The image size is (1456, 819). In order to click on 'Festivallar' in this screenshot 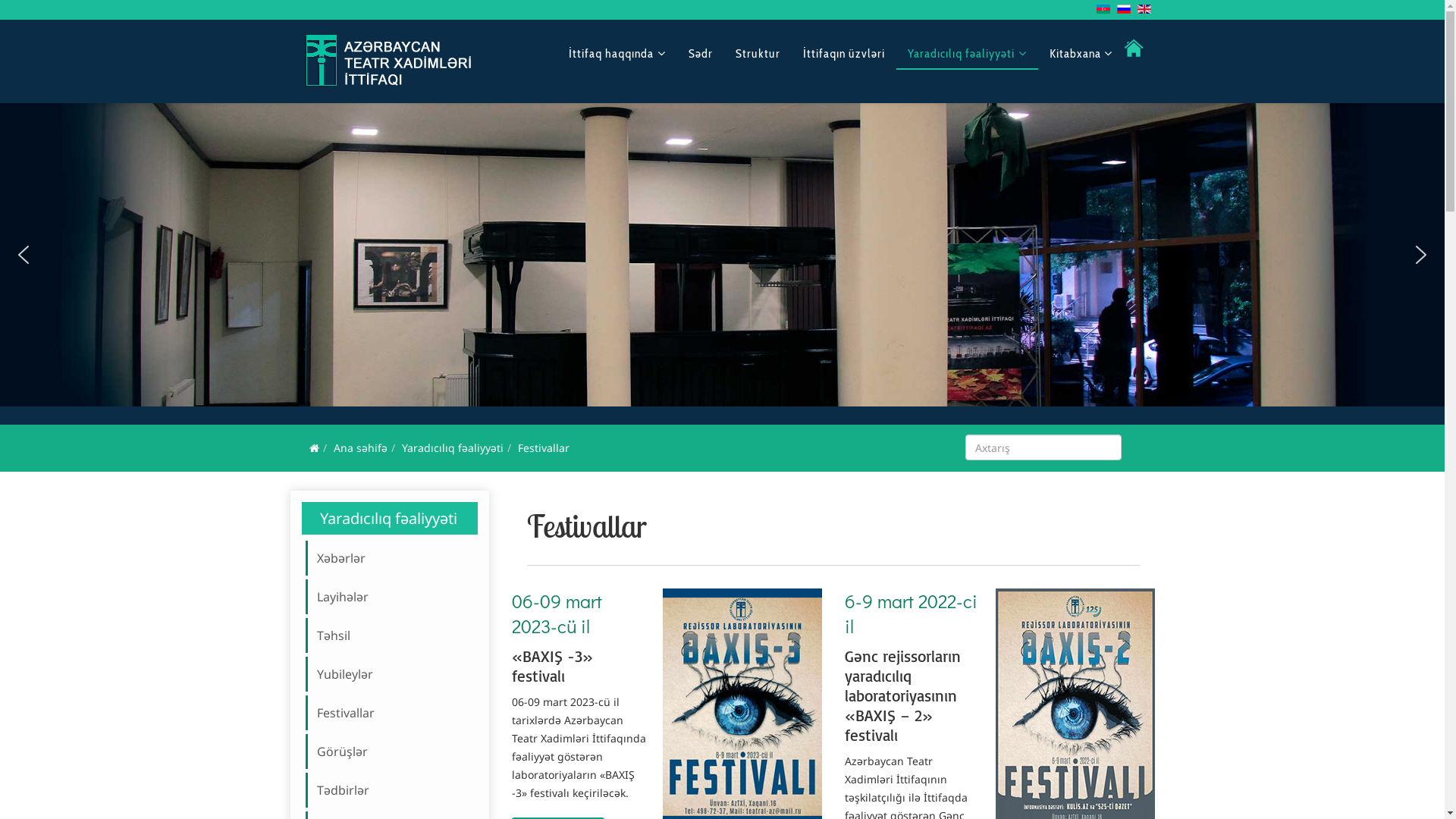, I will do `click(394, 713)`.